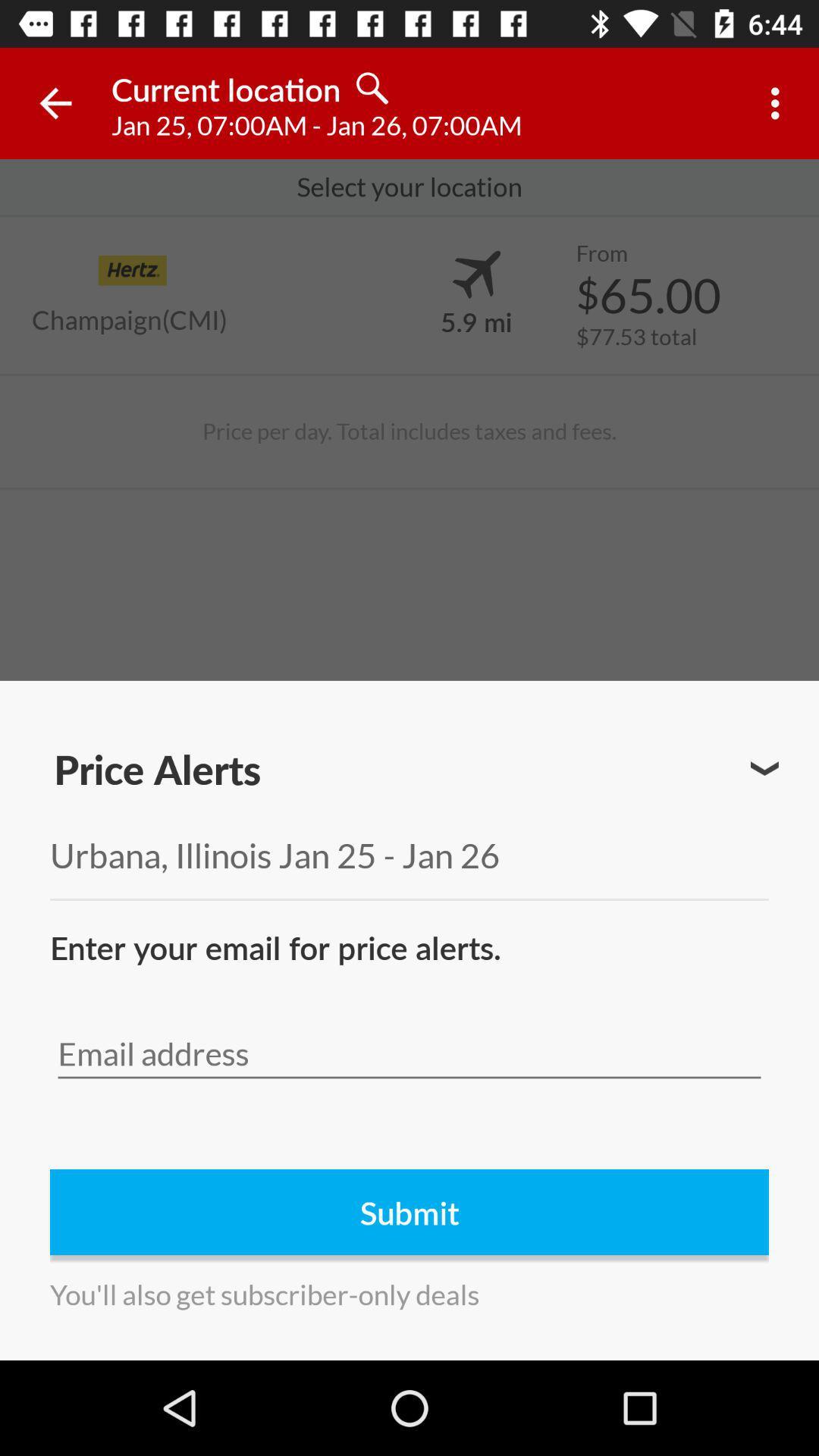 The image size is (819, 1456). What do you see at coordinates (409, 1053) in the screenshot?
I see `input email address` at bounding box center [409, 1053].